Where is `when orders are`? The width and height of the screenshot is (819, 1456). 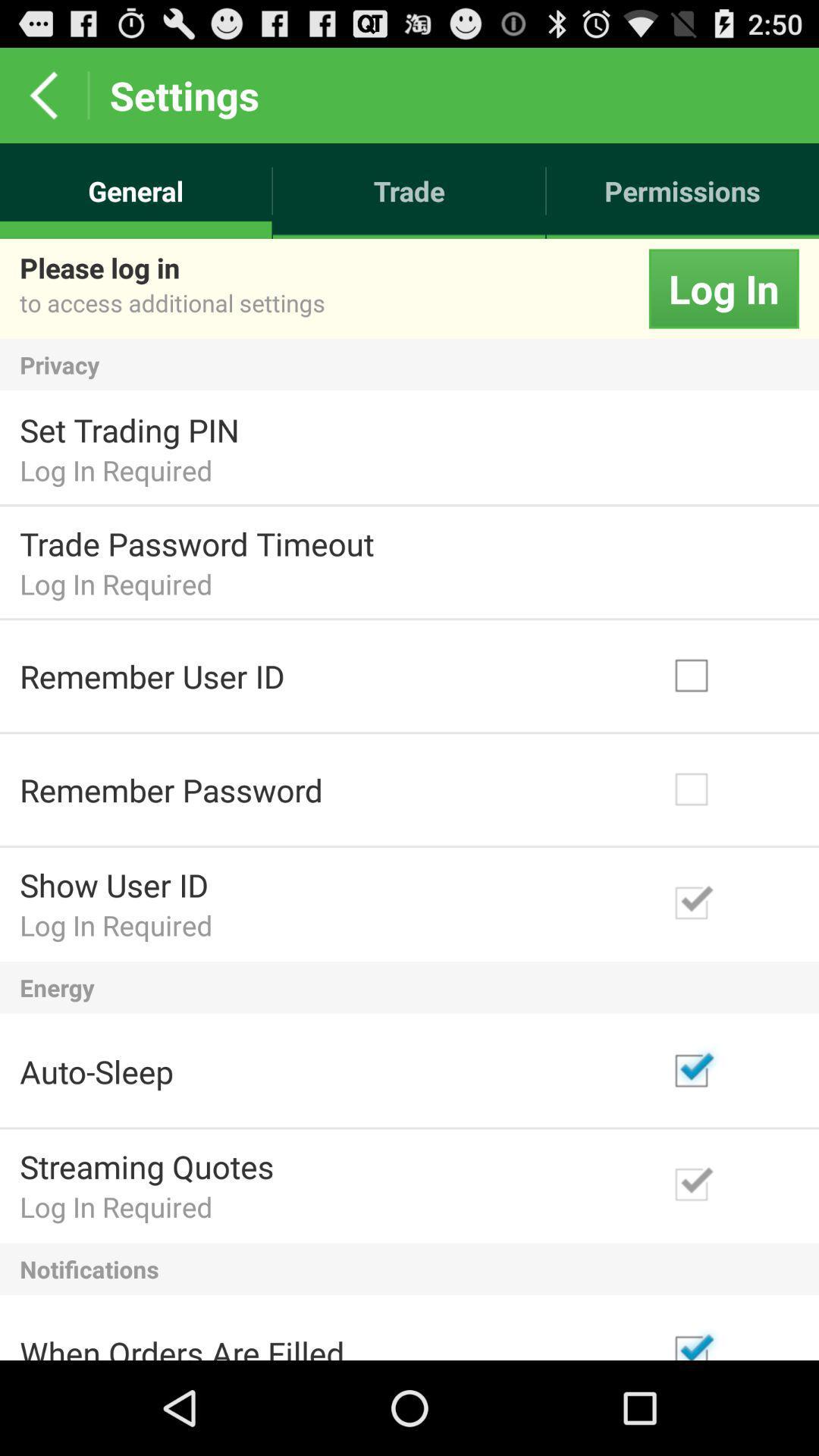 when orders are is located at coordinates (181, 1345).